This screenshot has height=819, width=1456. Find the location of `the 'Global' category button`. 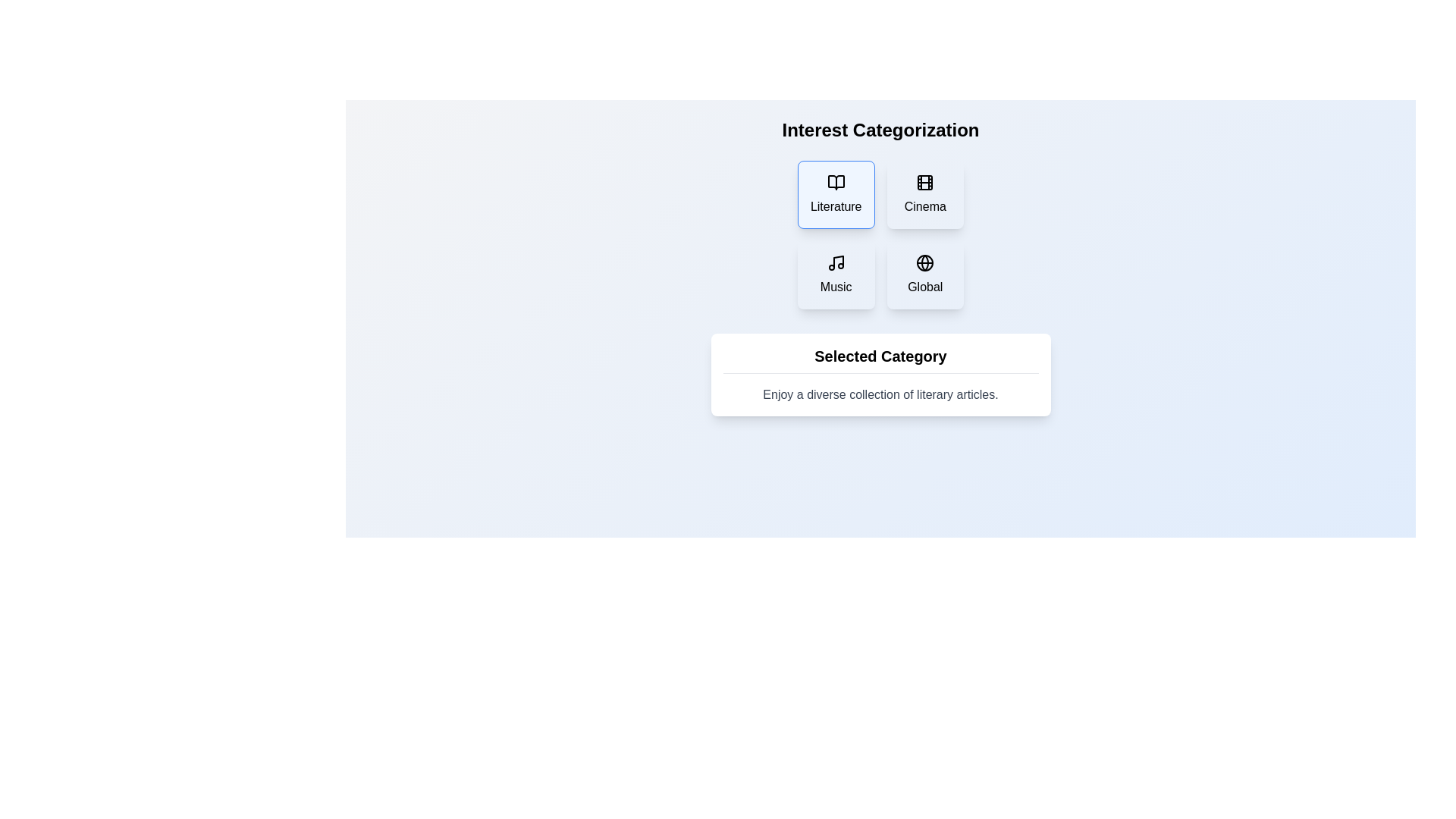

the 'Global' category button is located at coordinates (924, 275).